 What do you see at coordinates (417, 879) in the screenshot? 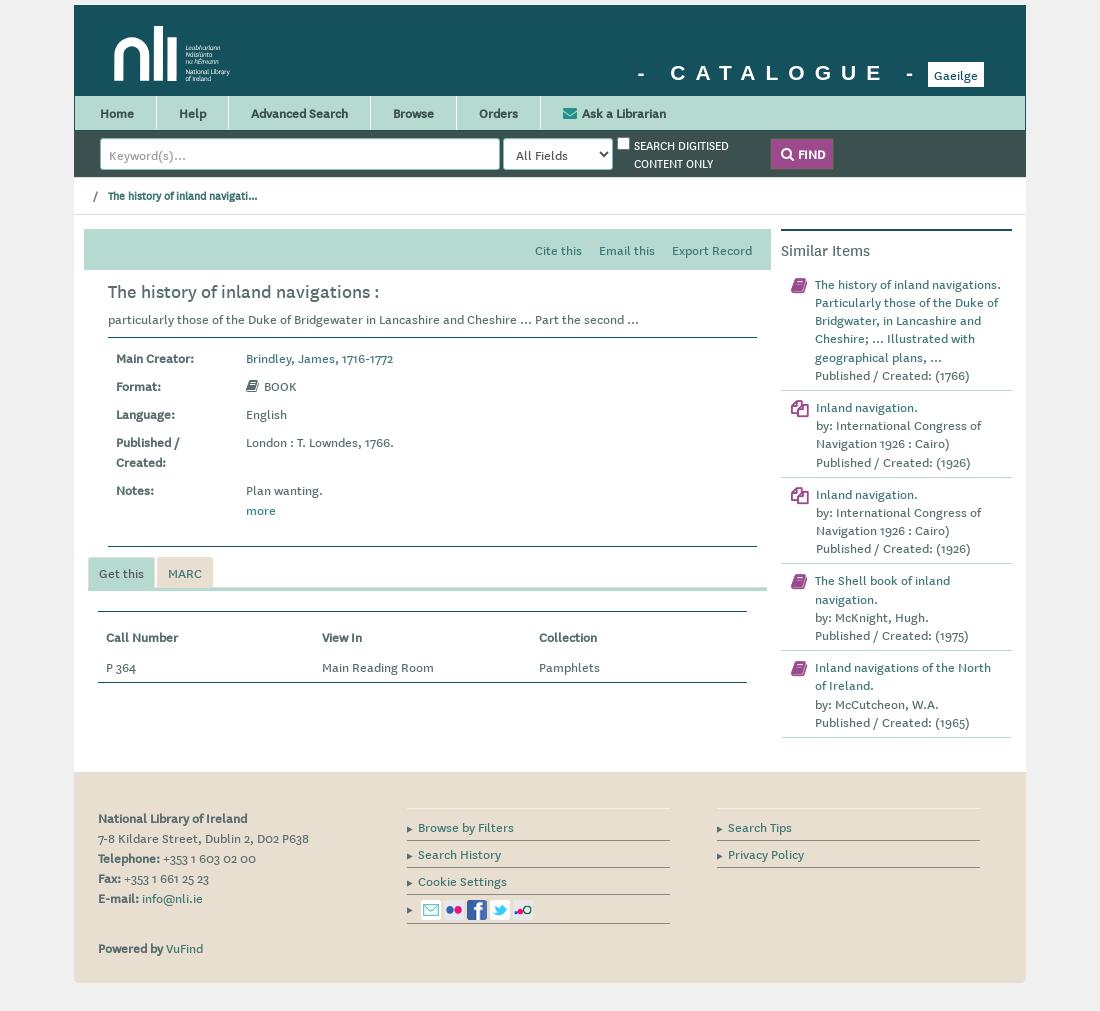
I see `'Cookie Settings'` at bounding box center [417, 879].